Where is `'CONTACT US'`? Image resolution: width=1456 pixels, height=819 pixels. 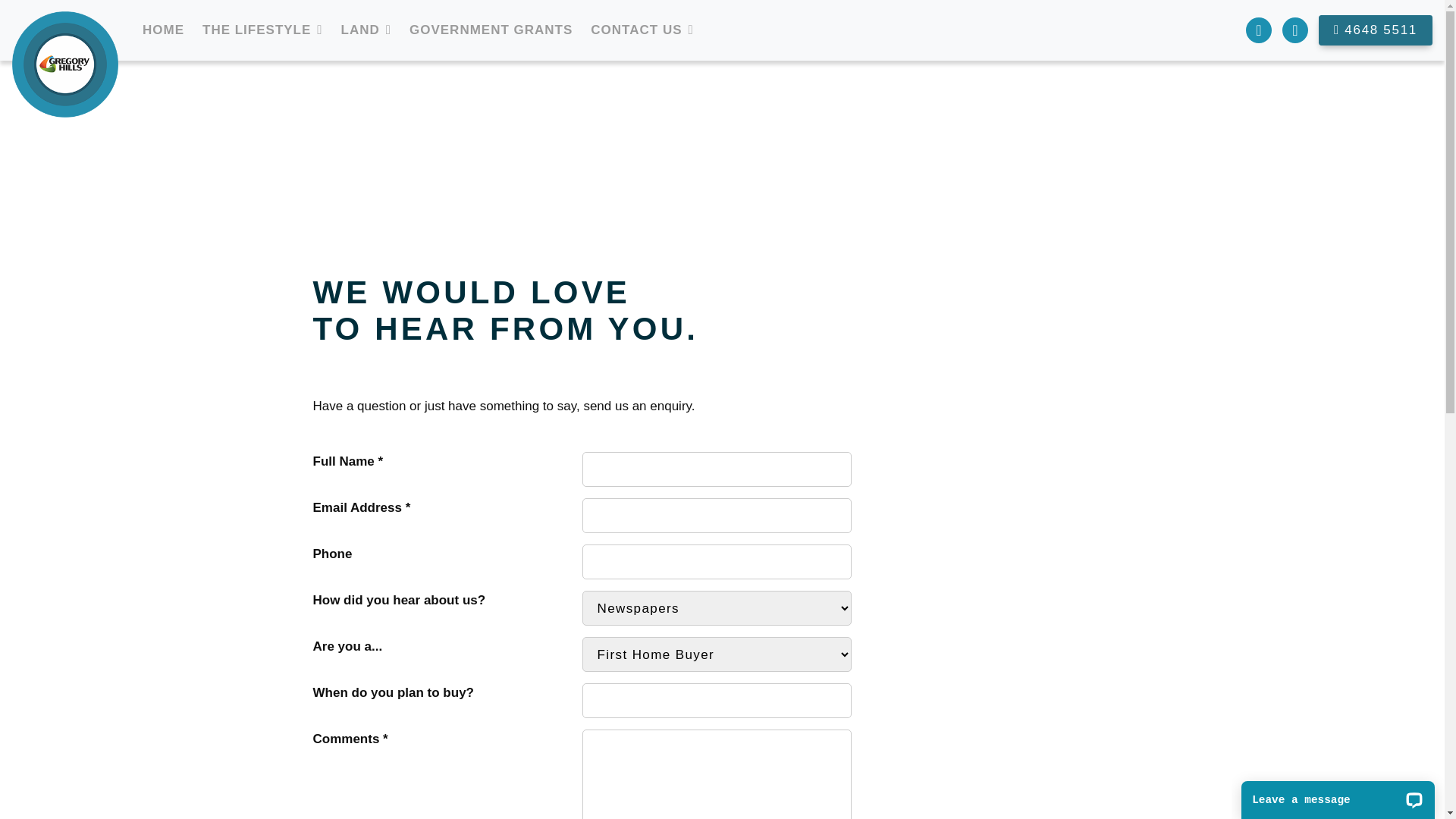
'CONTACT US' is located at coordinates (584, 30).